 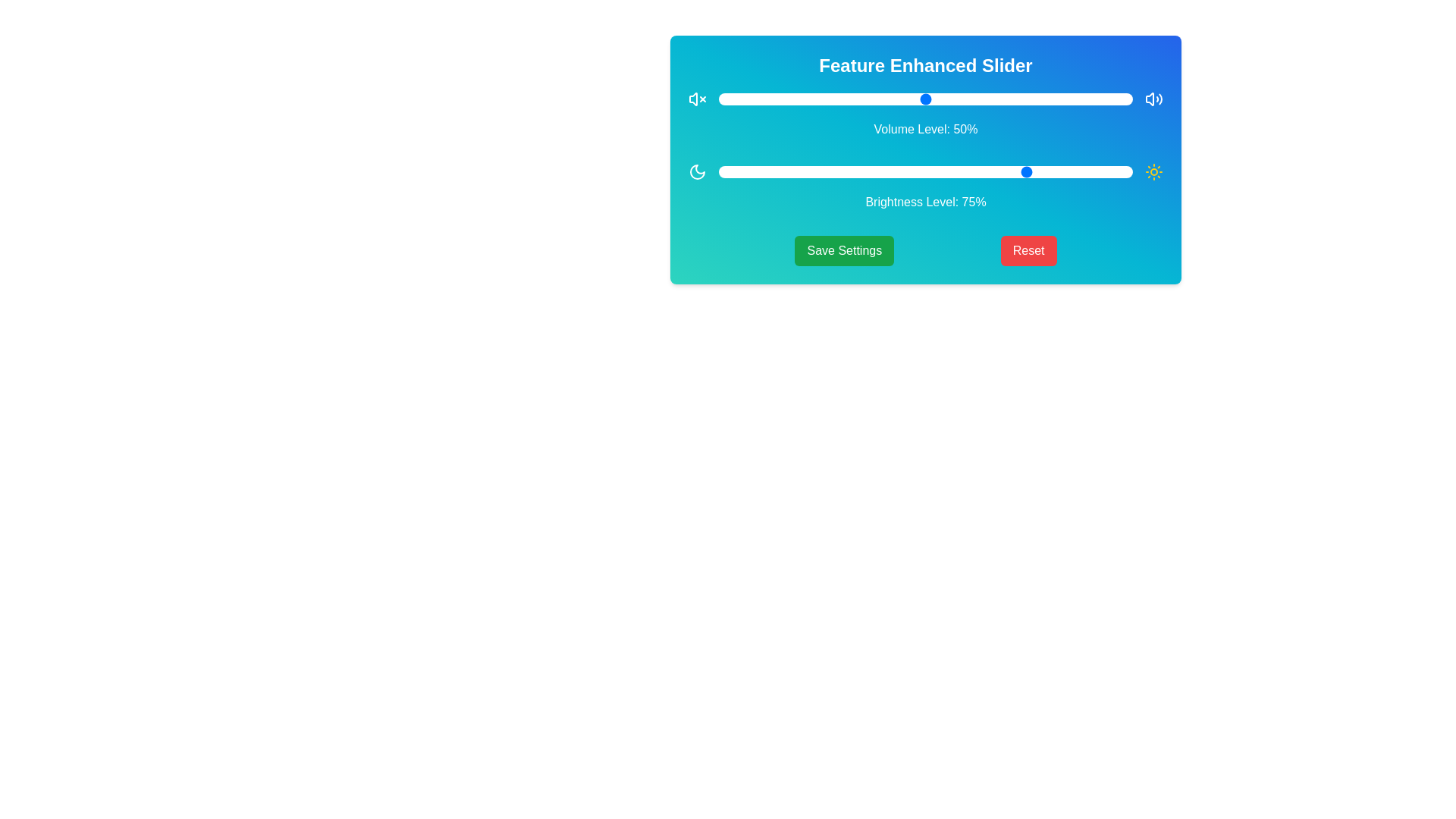 What do you see at coordinates (1116, 171) in the screenshot?
I see `brightness level` at bounding box center [1116, 171].